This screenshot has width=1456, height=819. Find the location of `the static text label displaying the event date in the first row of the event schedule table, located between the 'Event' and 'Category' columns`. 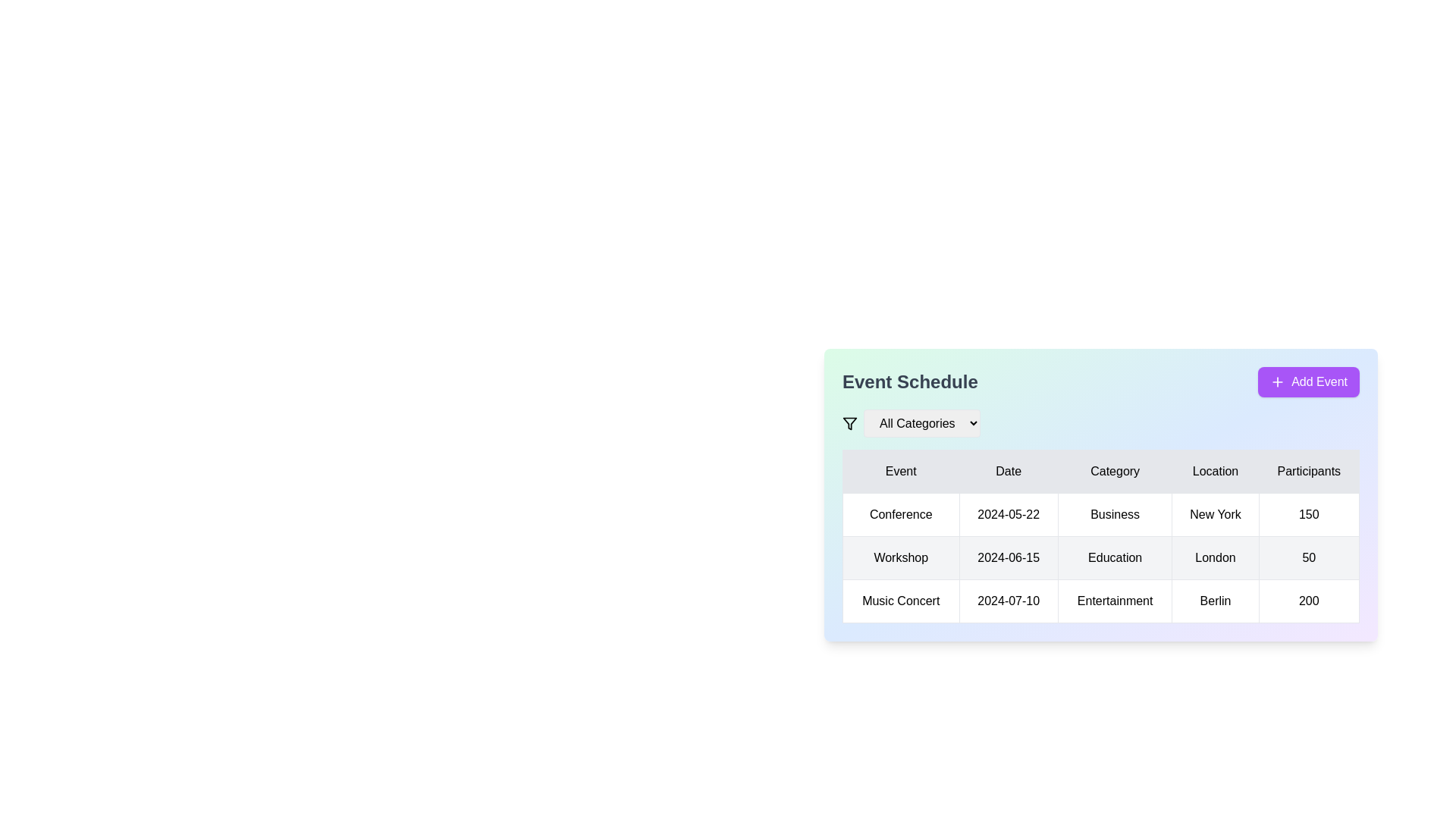

the static text label displaying the event date in the first row of the event schedule table, located between the 'Event' and 'Category' columns is located at coordinates (1009, 513).